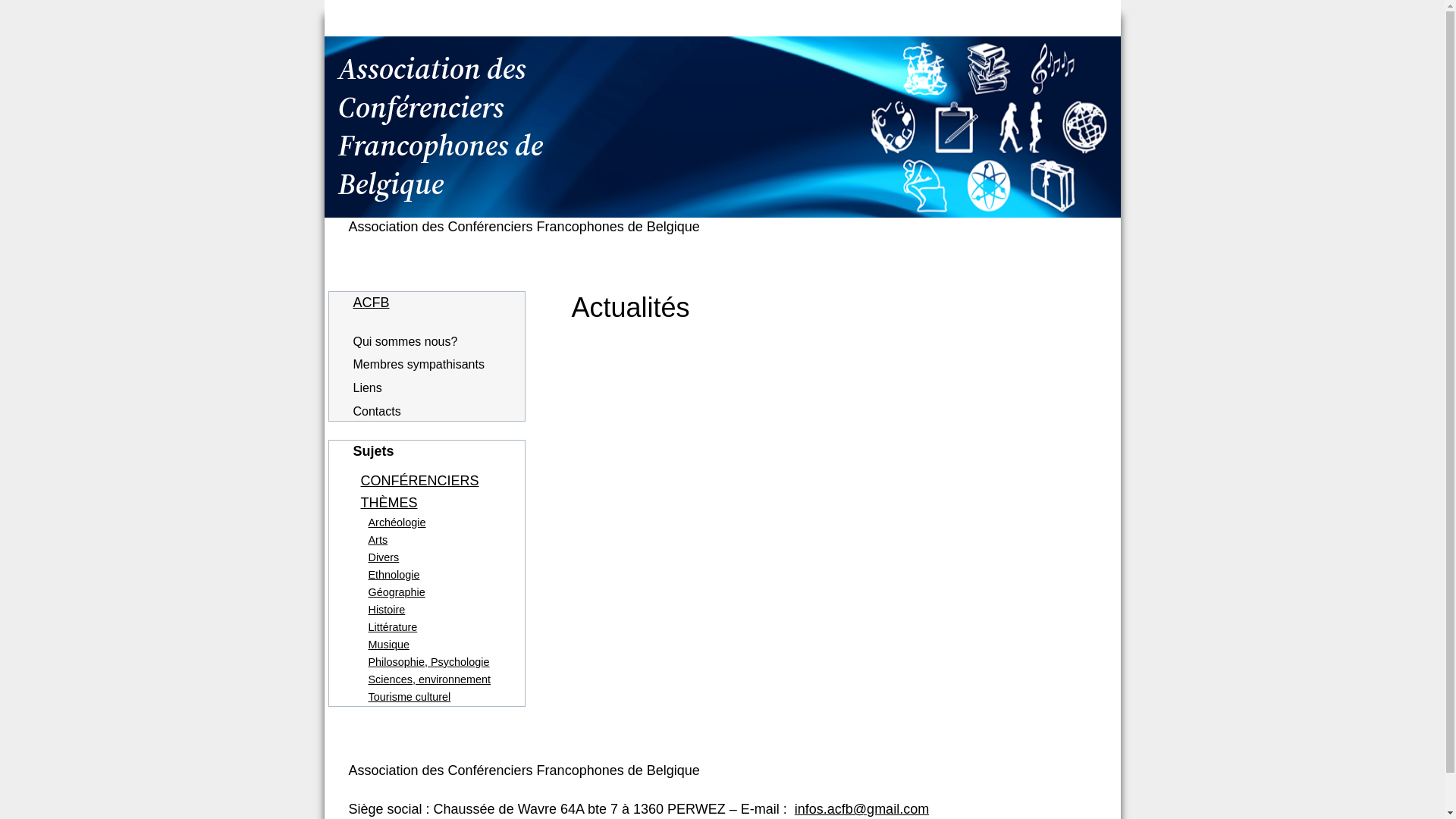  I want to click on 'Tourisme culturel', so click(409, 696).